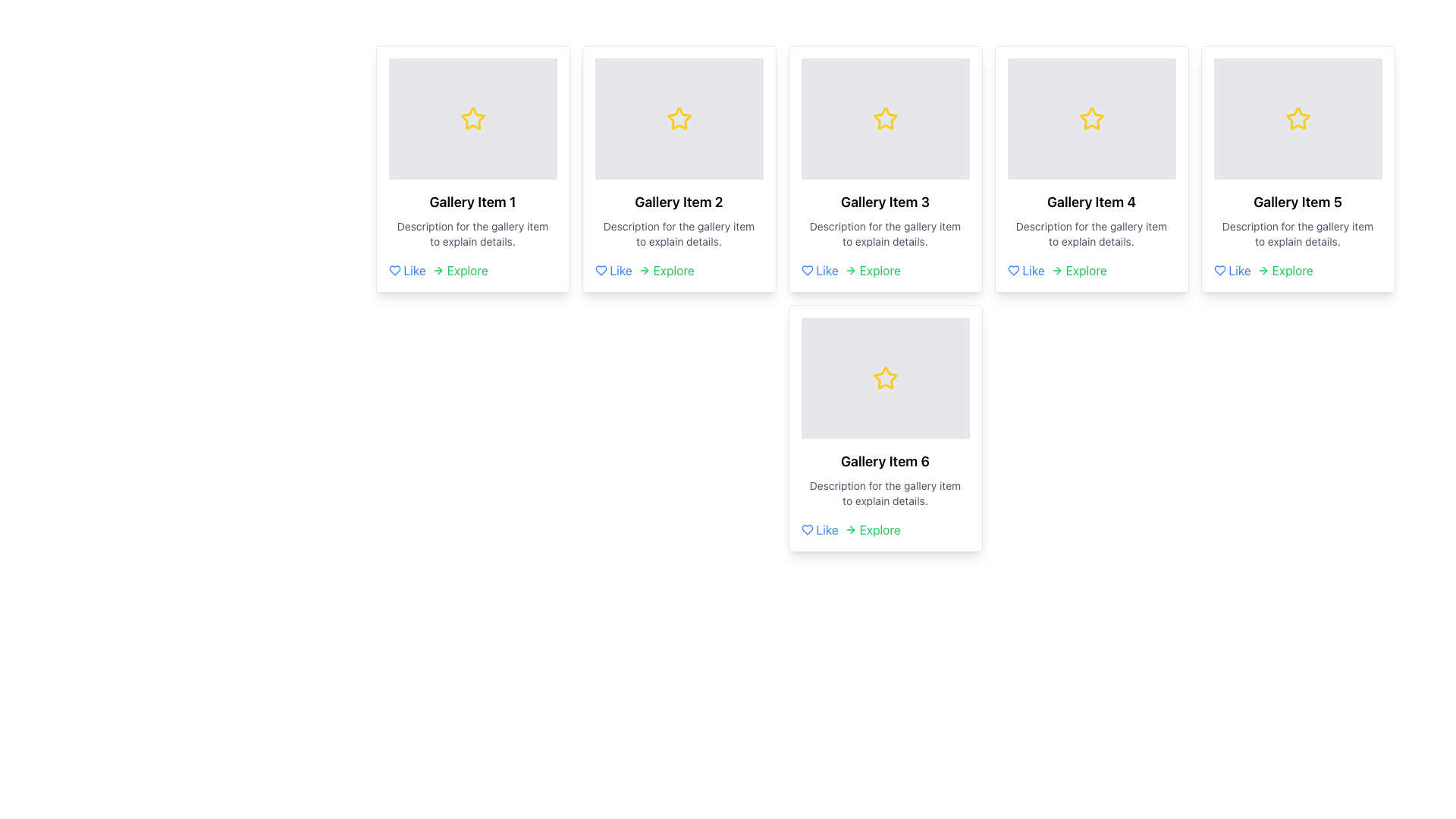 This screenshot has height=819, width=1456. Describe the element at coordinates (407, 270) in the screenshot. I see `the blue-colored, underlined text labeled 'Like' adjacent to a heart-shaped icon` at that location.